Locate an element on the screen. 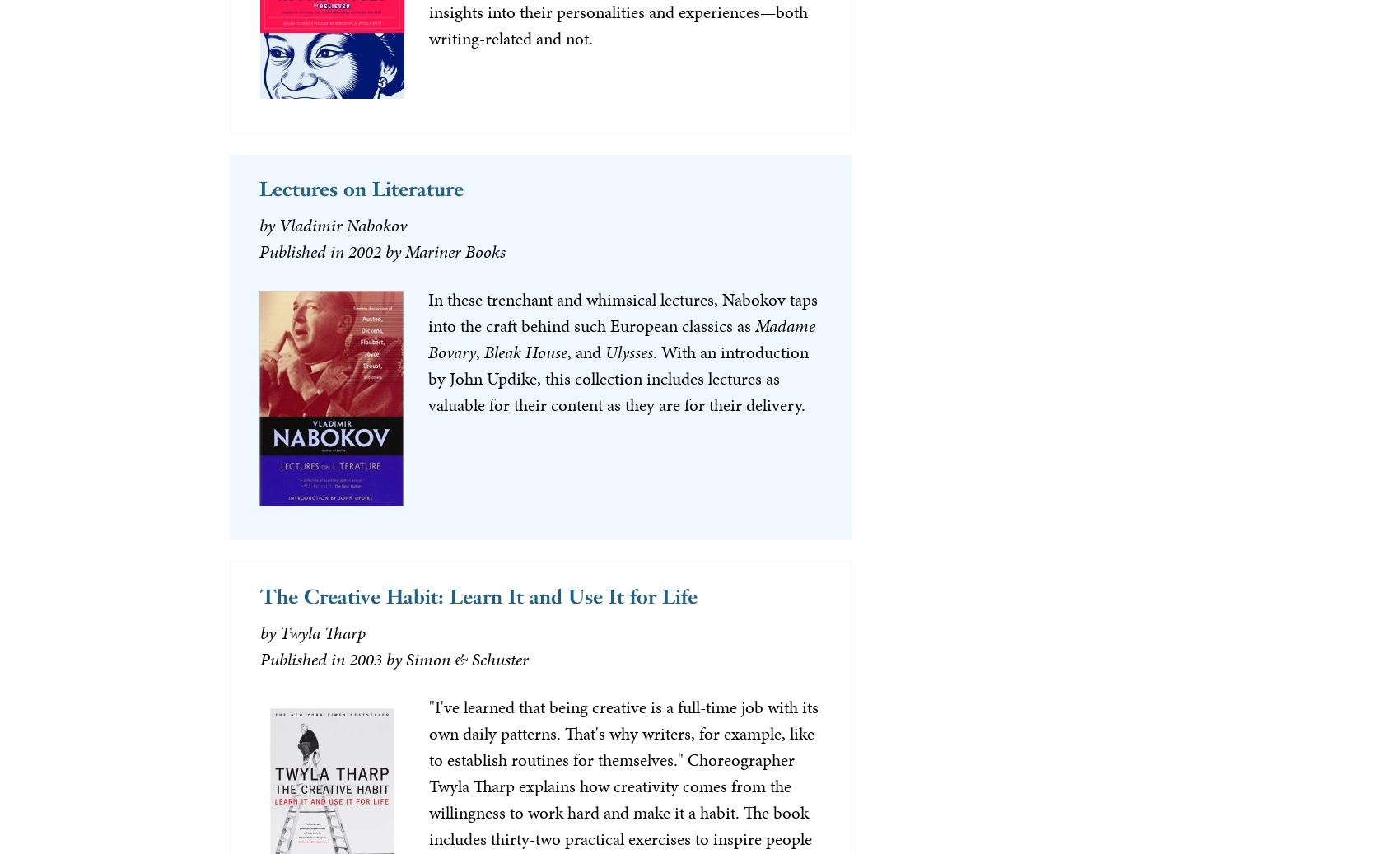 This screenshot has width=1400, height=854. 'by Mariner Books' is located at coordinates (443, 250).